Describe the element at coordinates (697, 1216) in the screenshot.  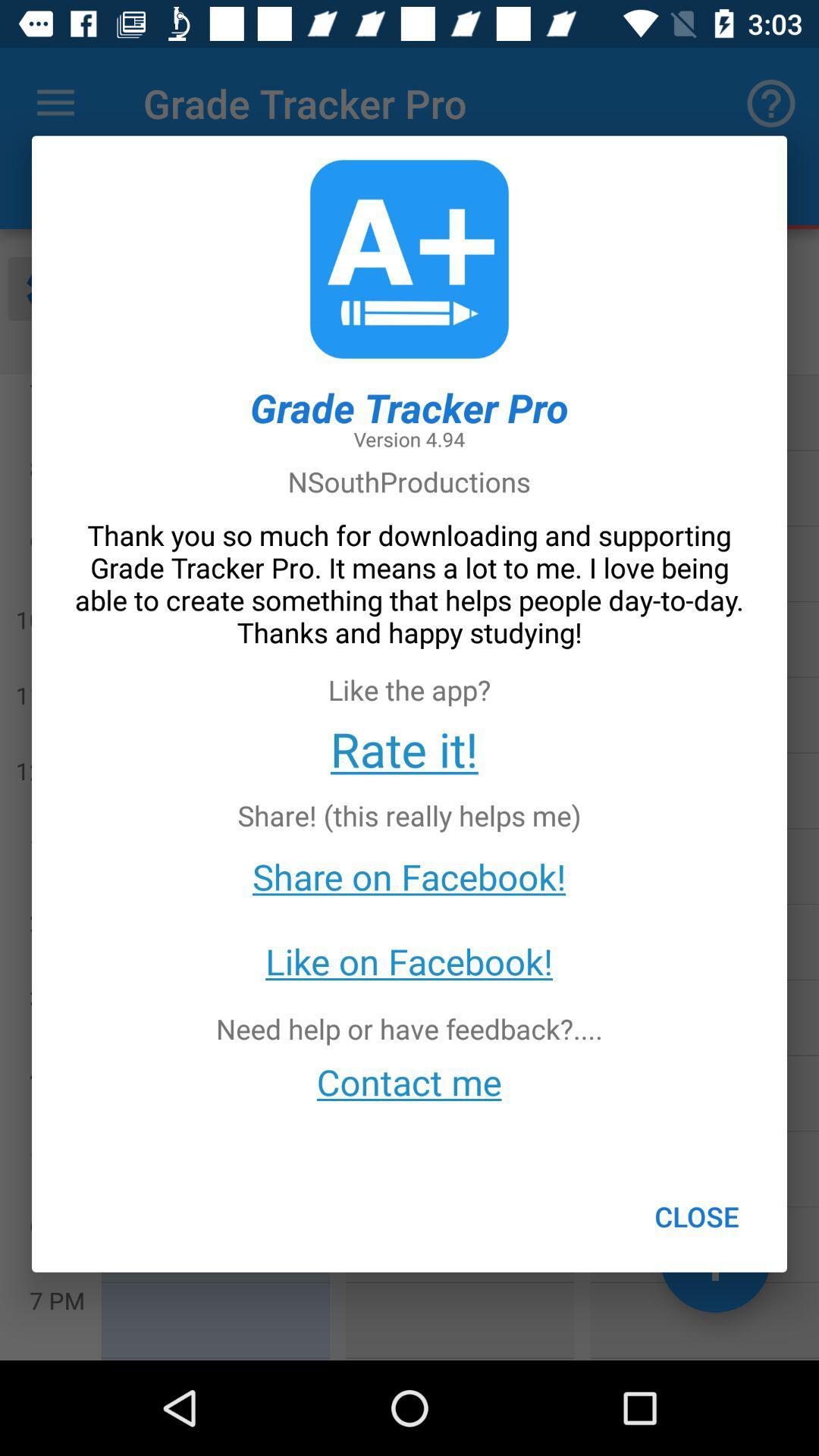
I see `close item` at that location.